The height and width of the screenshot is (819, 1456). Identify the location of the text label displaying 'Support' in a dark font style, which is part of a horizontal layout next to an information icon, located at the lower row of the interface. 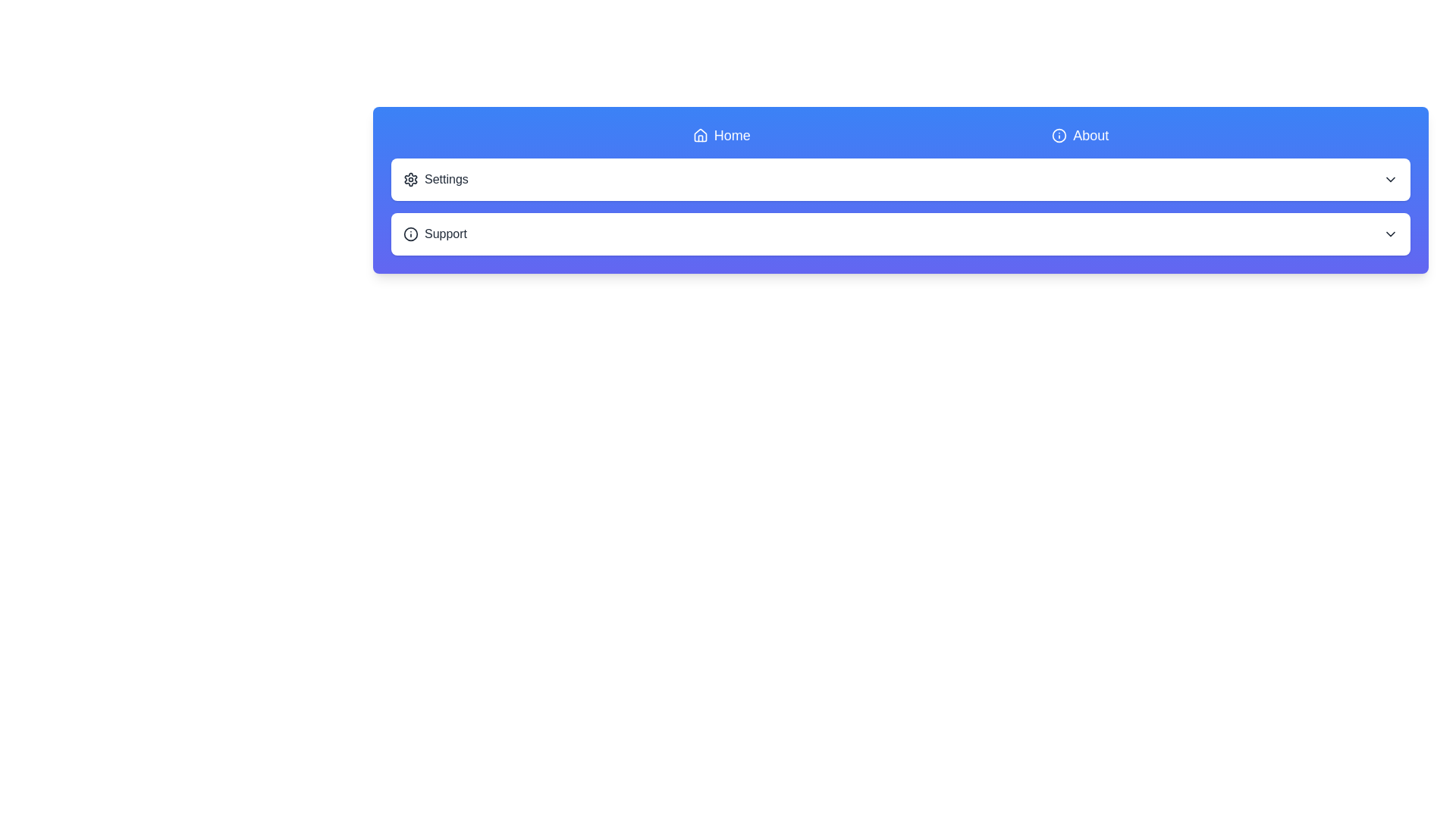
(445, 234).